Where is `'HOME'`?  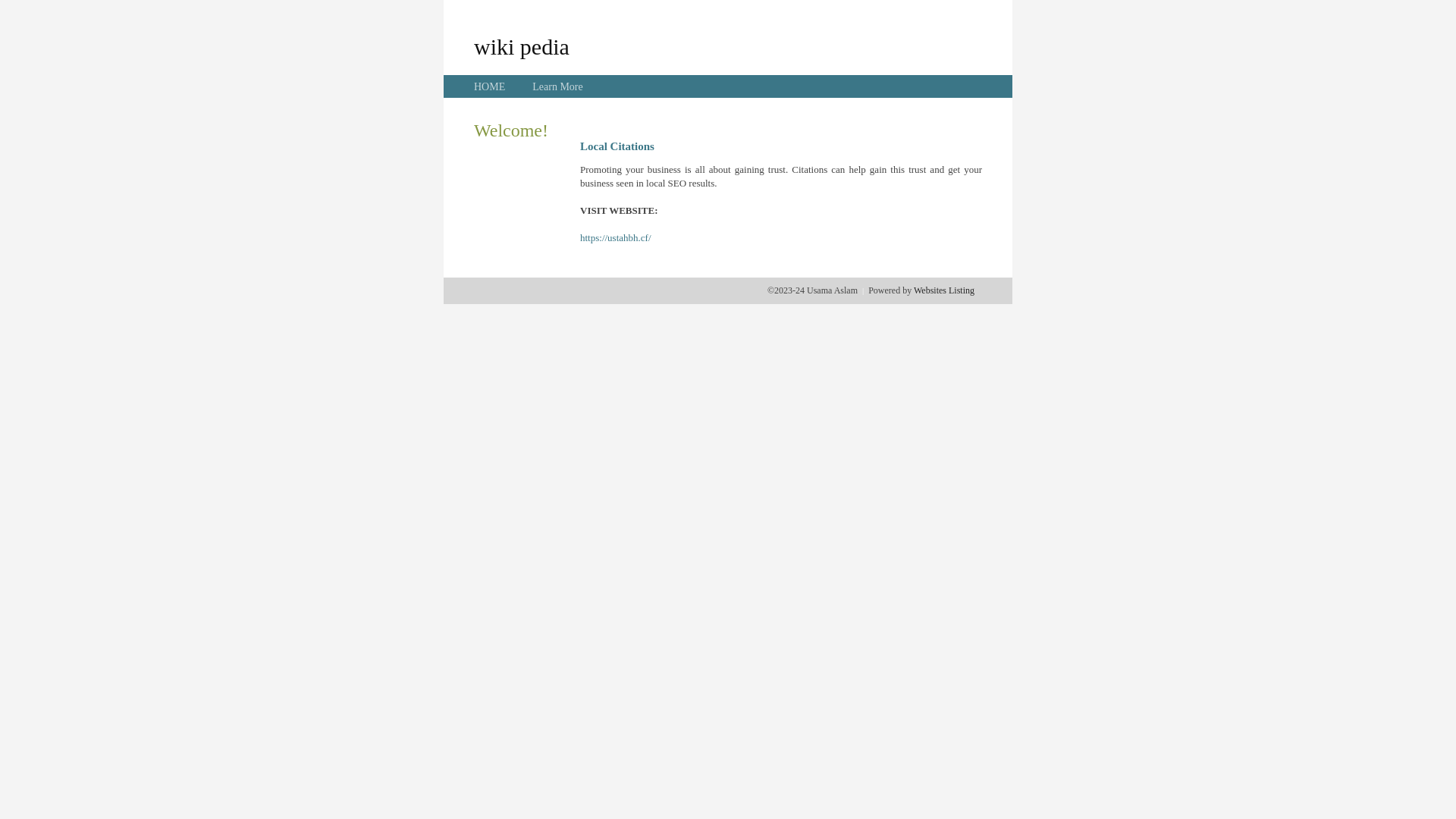
'HOME' is located at coordinates (489, 86).